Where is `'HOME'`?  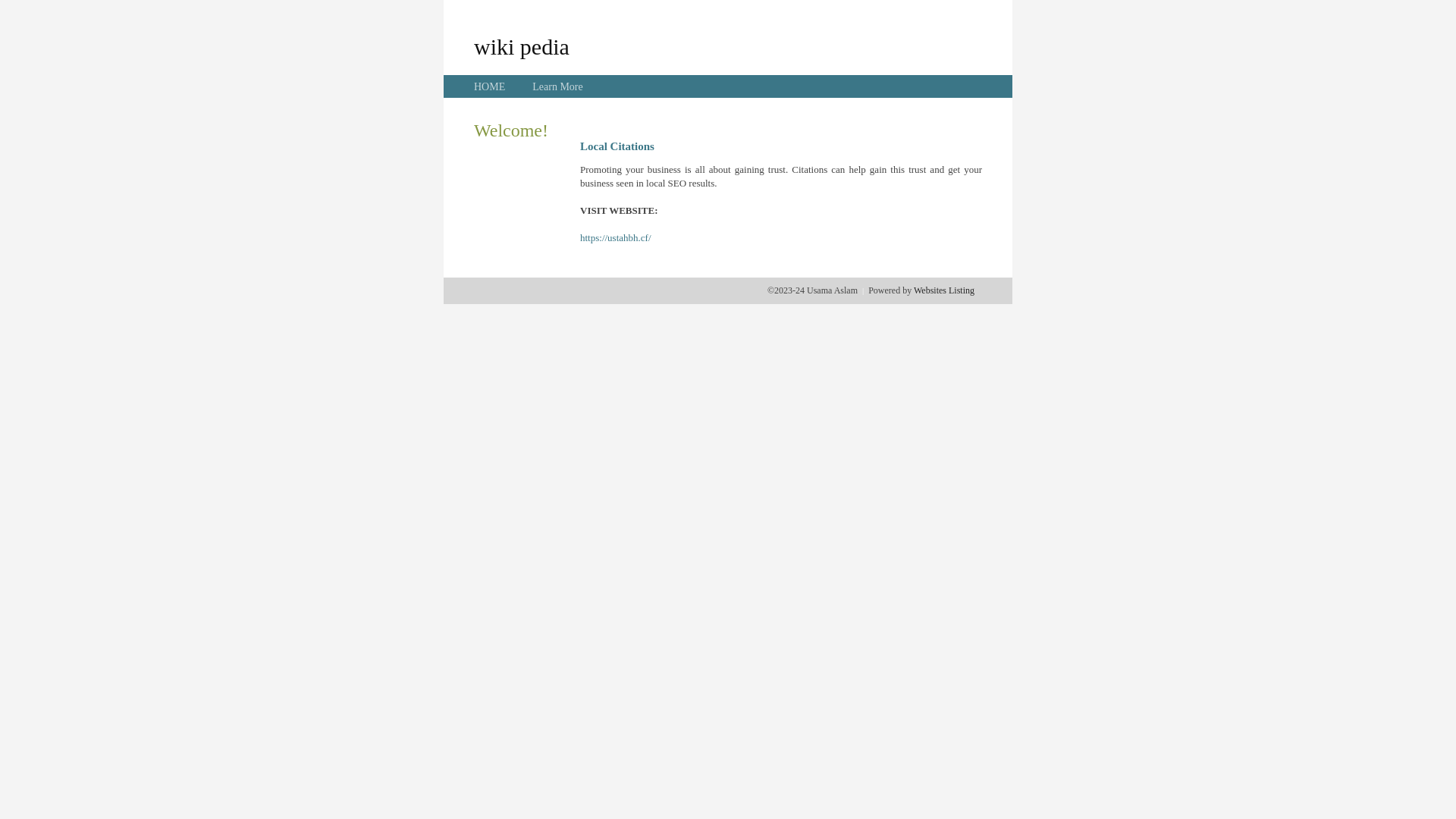
'HOME' is located at coordinates (489, 86).